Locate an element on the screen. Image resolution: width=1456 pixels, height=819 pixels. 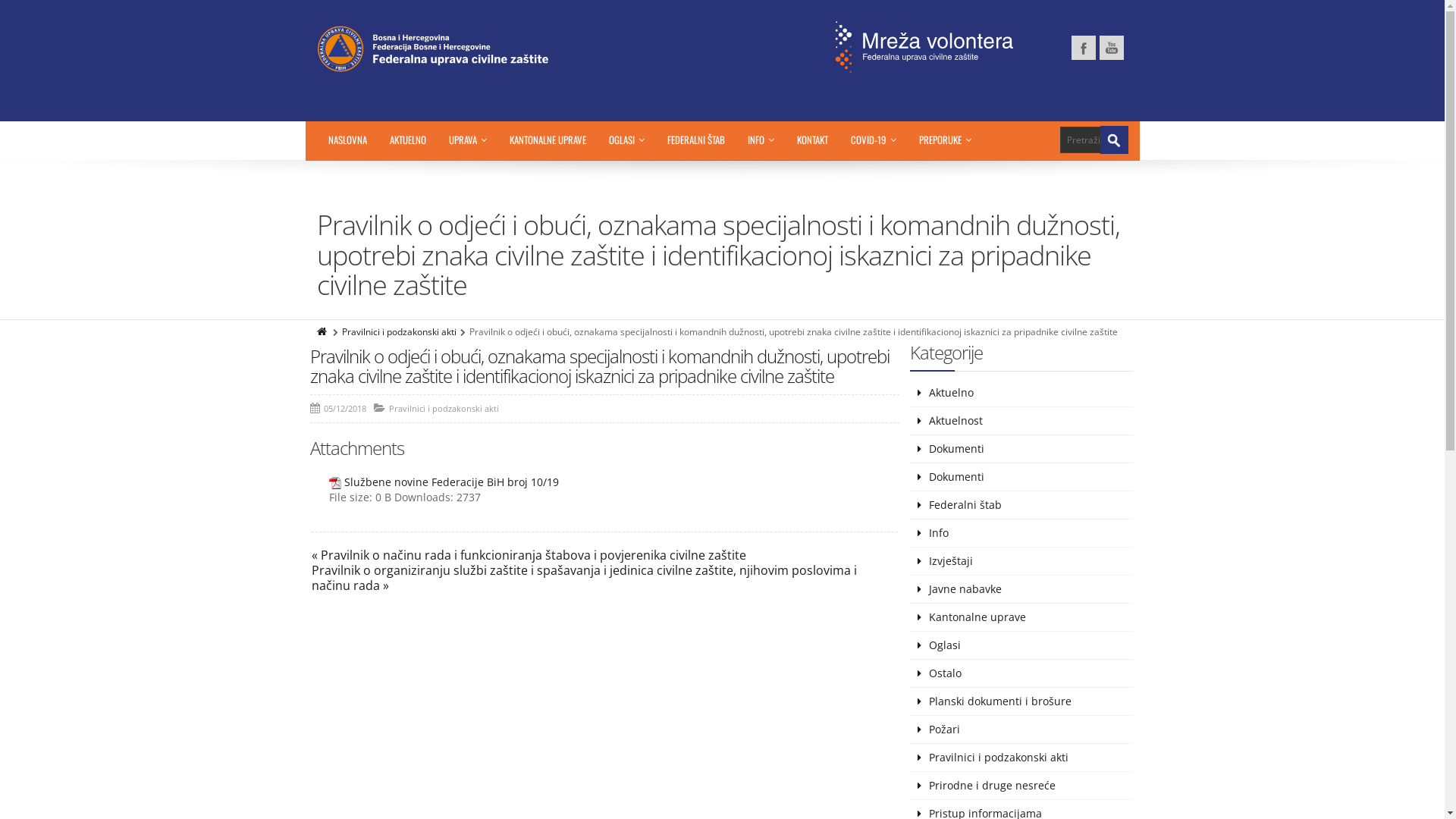
'COVID-19' is located at coordinates (873, 140).